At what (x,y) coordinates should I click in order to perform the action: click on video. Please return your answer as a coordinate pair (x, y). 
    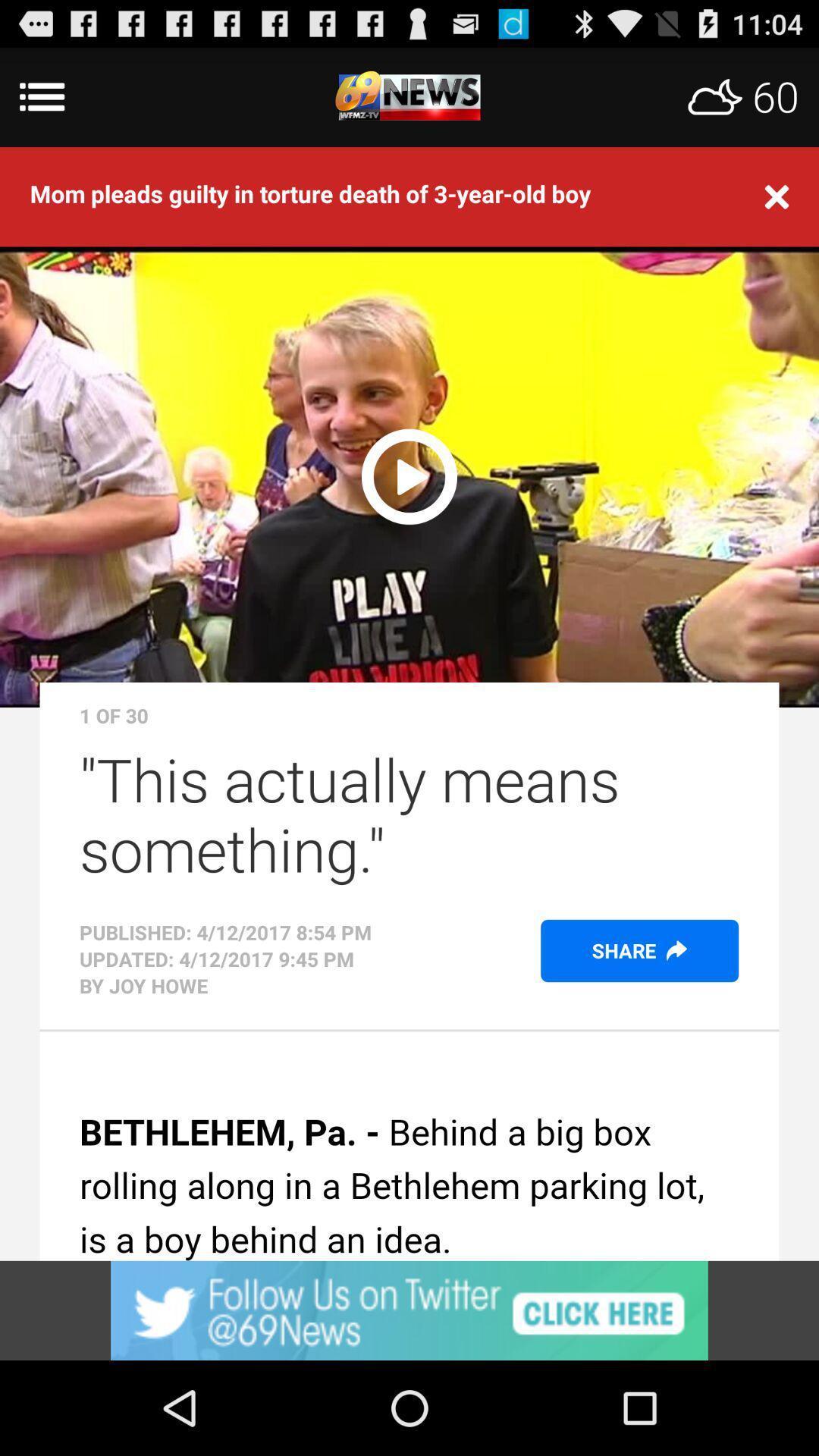
    Looking at the image, I should click on (409, 473).